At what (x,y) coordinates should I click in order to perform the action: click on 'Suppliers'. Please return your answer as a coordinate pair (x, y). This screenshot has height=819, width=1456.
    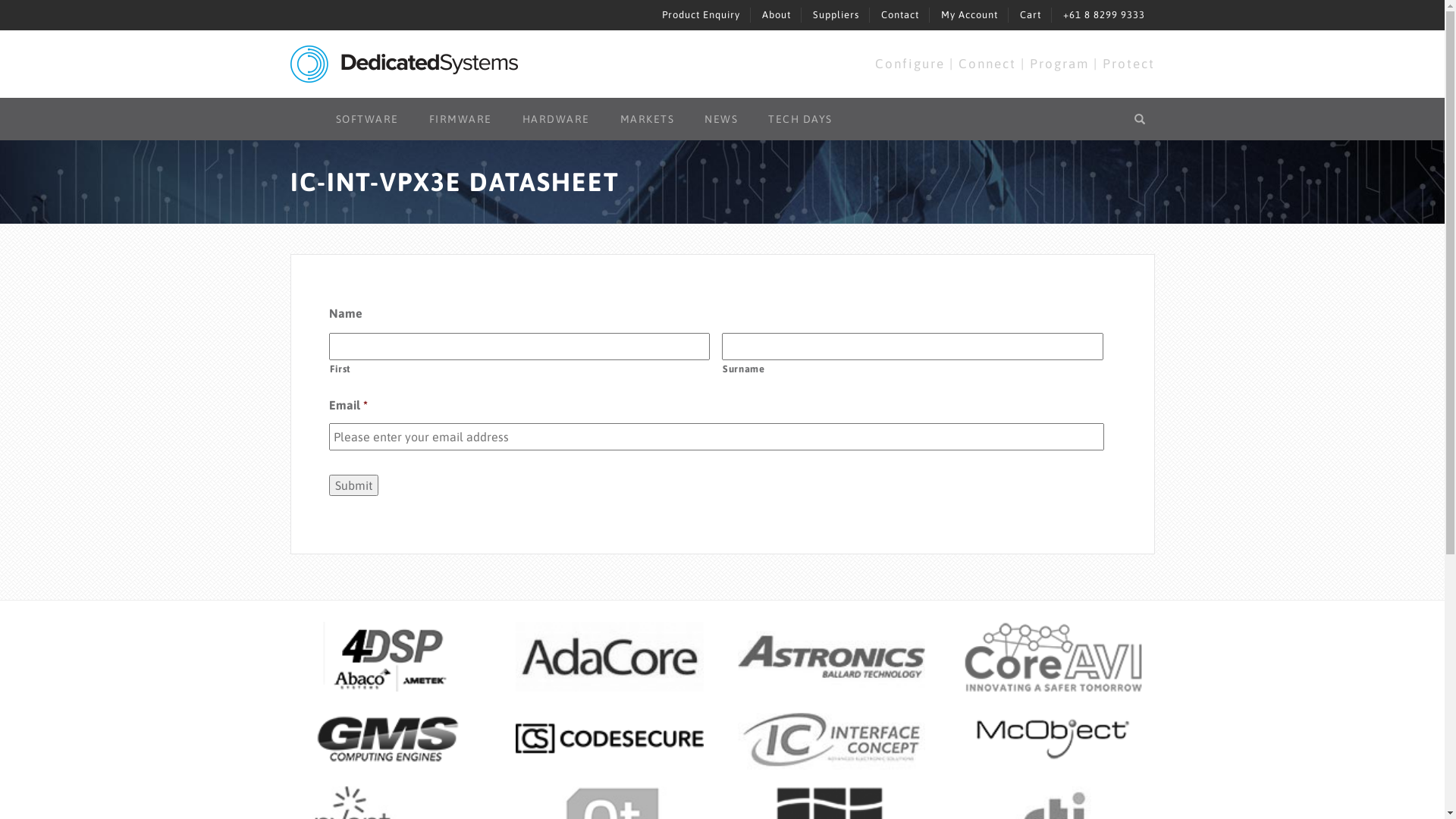
    Looking at the image, I should click on (835, 14).